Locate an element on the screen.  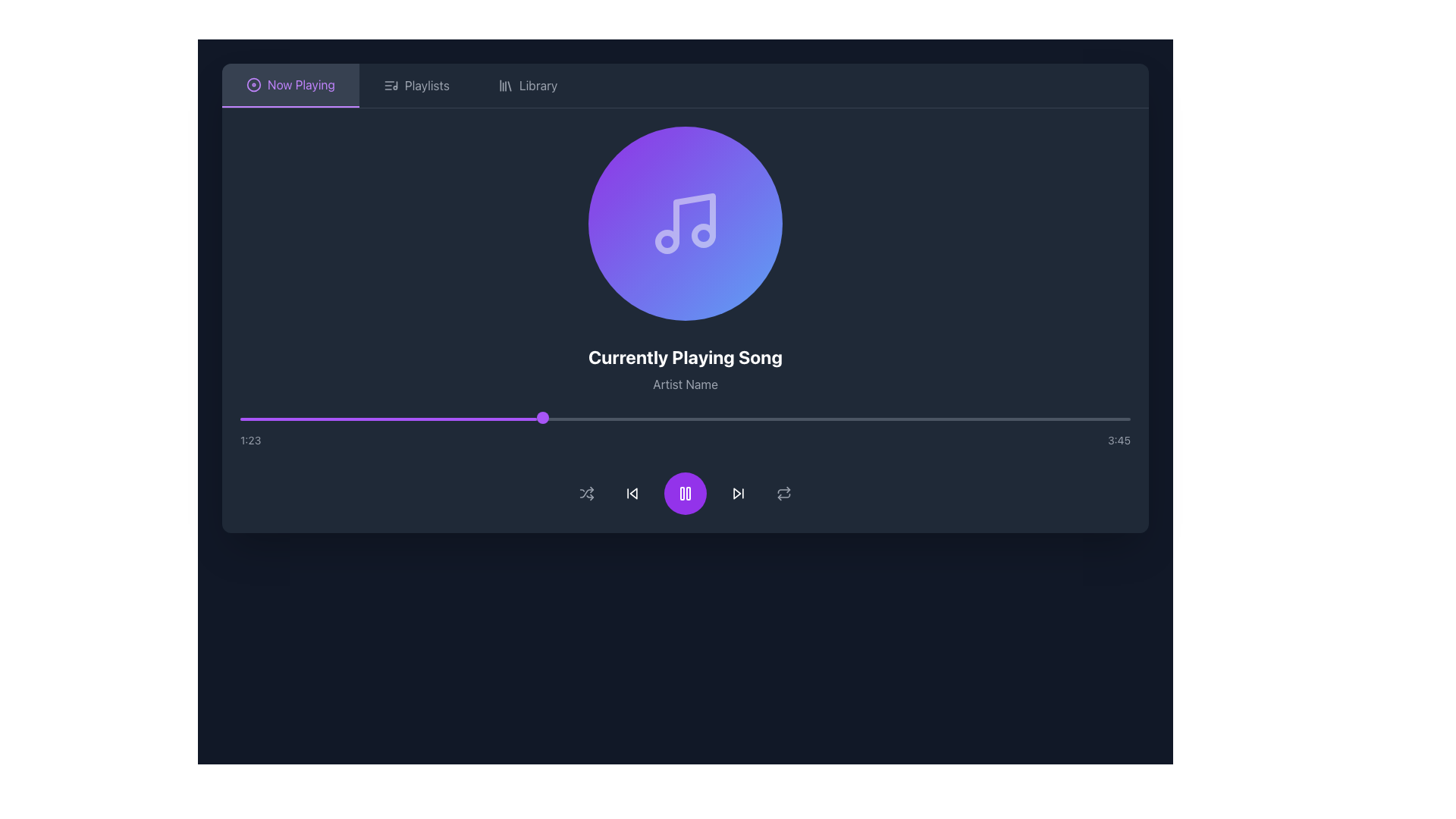
the text element displaying 'Currently Playing Song', which is centrally aligned and prominently located in the upper half of the interface is located at coordinates (684, 356).